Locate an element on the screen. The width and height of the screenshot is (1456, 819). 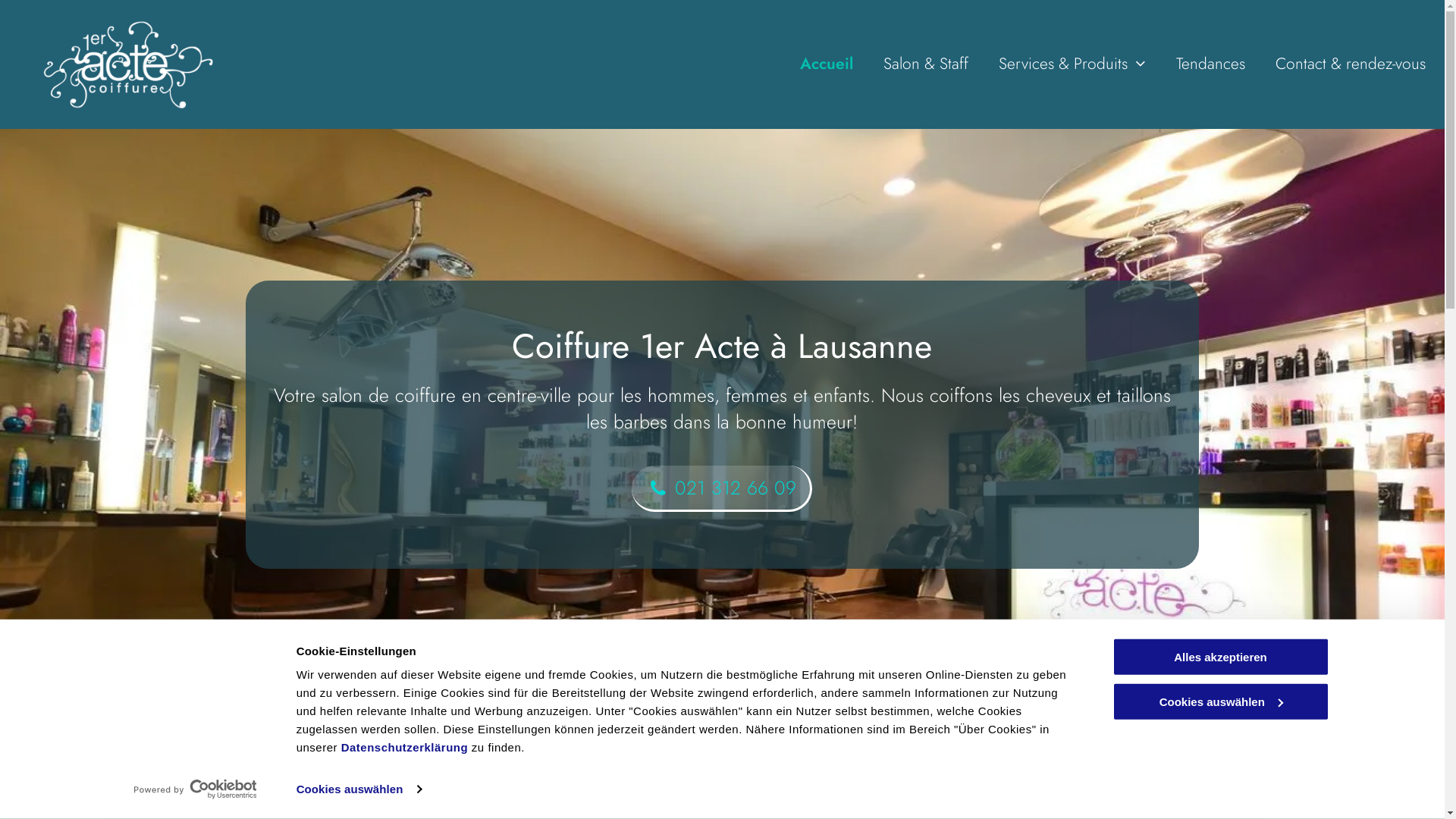
'021 312 66 09' is located at coordinates (720, 488).